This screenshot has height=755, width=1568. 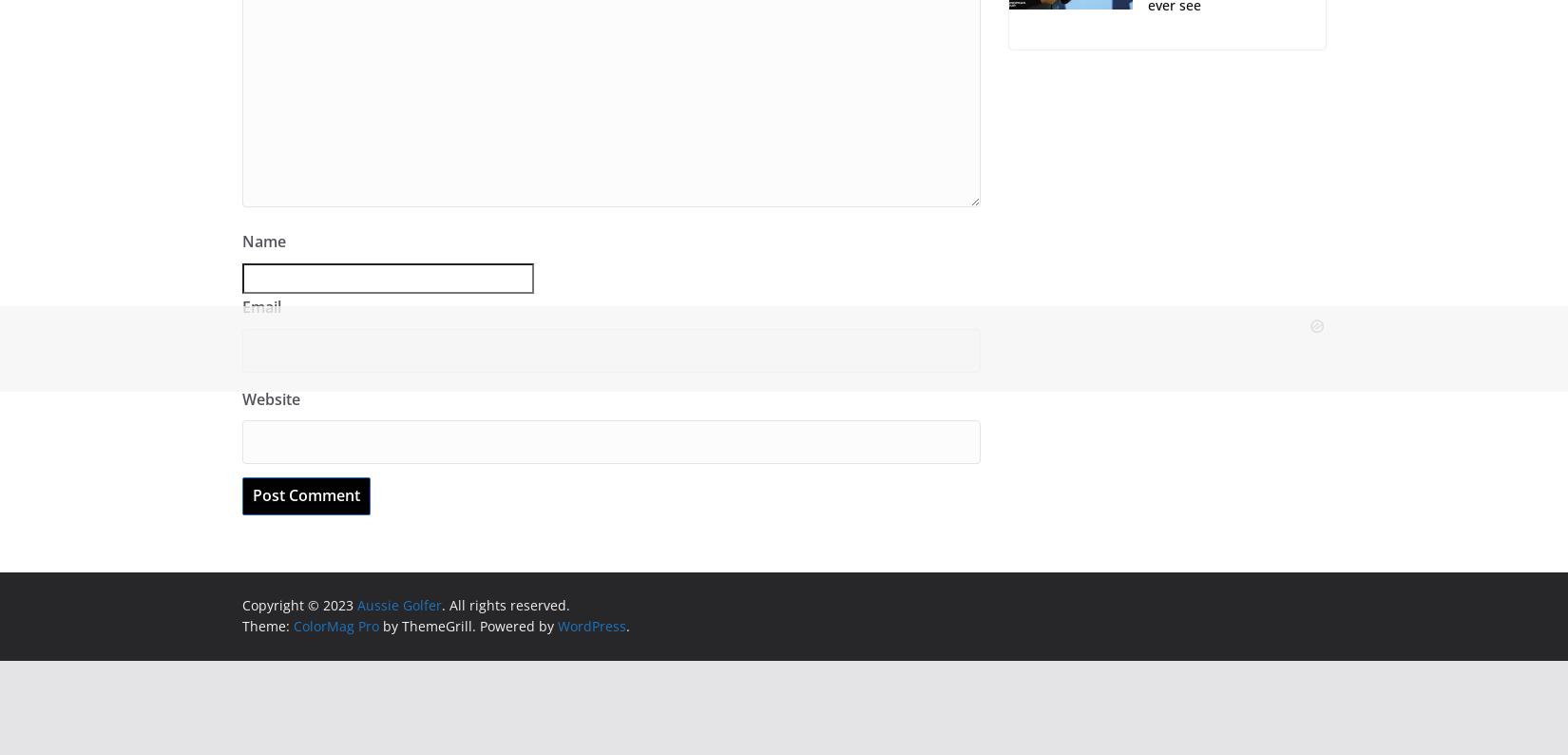 What do you see at coordinates (241, 604) in the screenshot?
I see `'Copyright © 2023'` at bounding box center [241, 604].